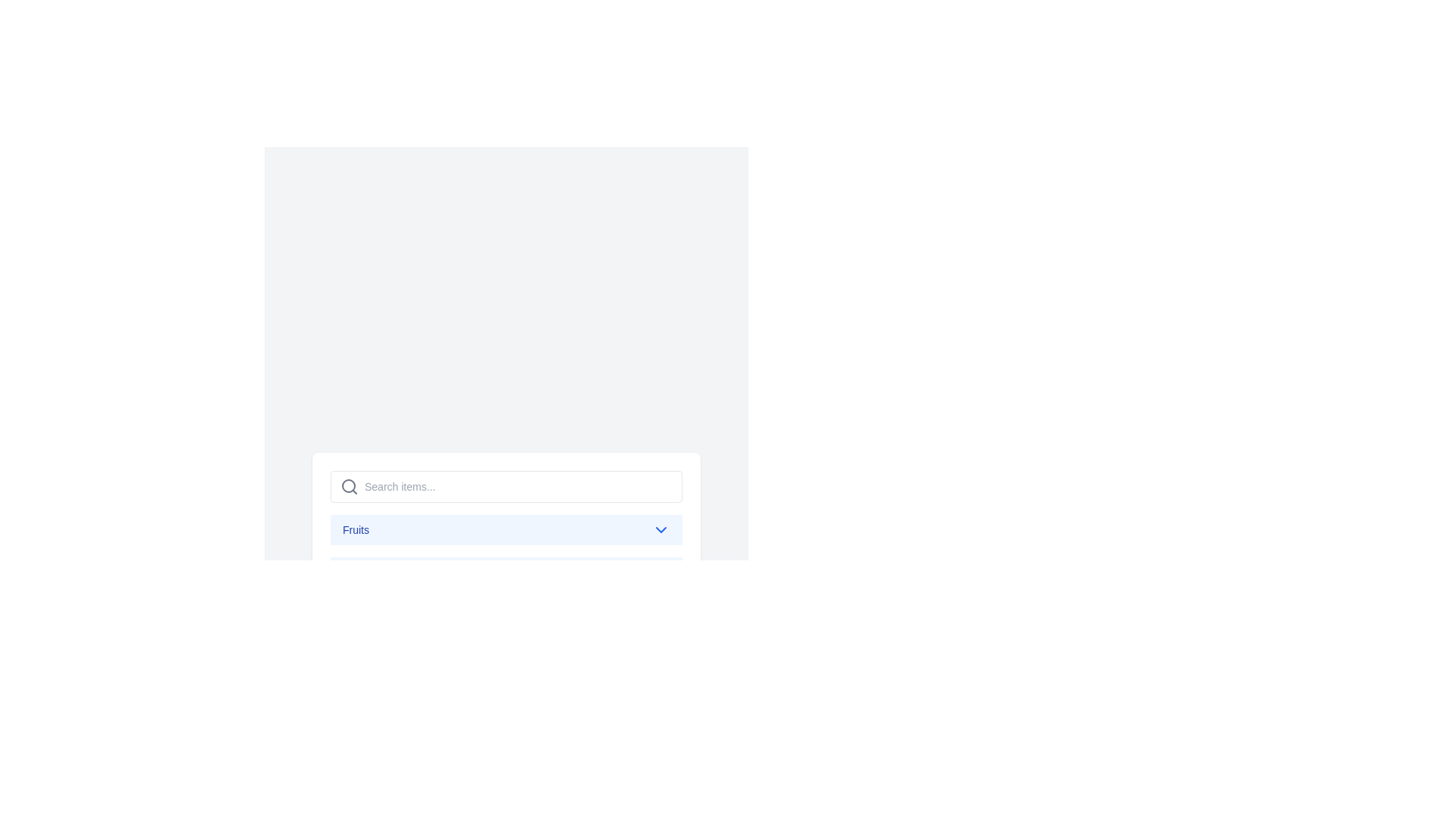  Describe the element at coordinates (506, 529) in the screenshot. I see `the first option in the dropdown menu under the search bar labeled 'Fruits' to interact with it` at that location.